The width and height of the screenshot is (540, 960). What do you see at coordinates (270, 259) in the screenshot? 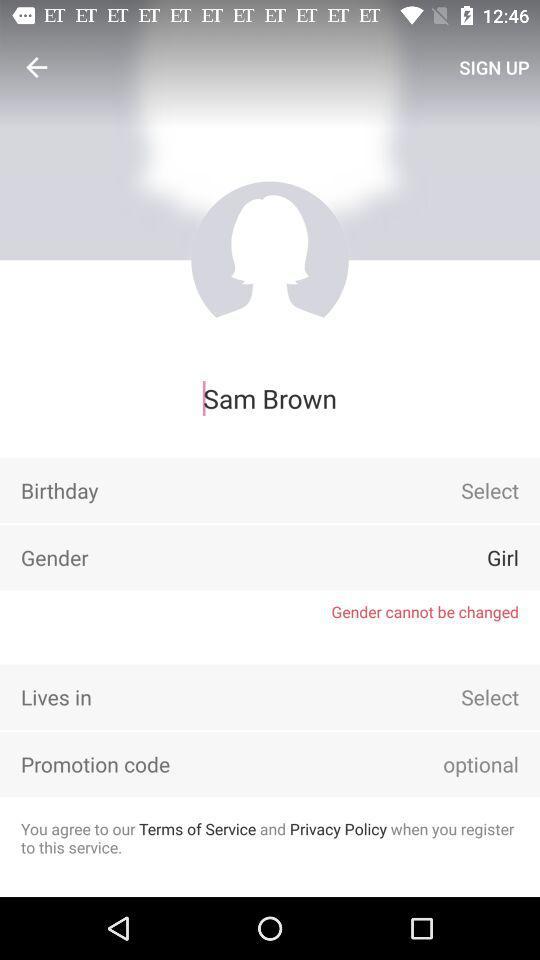
I see `photo` at bounding box center [270, 259].